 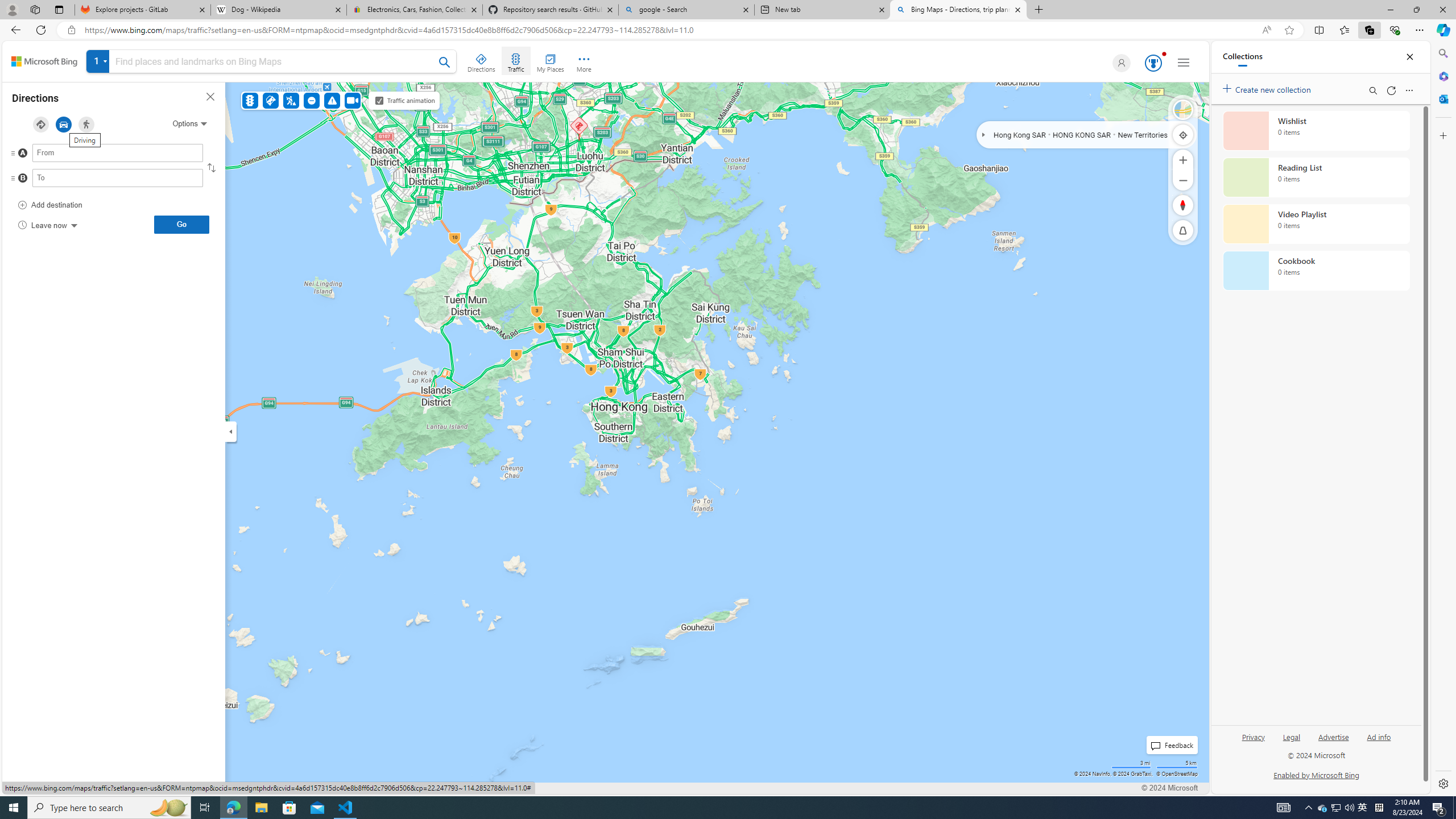 What do you see at coordinates (312, 100) in the screenshot?
I see `'Road Closures'` at bounding box center [312, 100].